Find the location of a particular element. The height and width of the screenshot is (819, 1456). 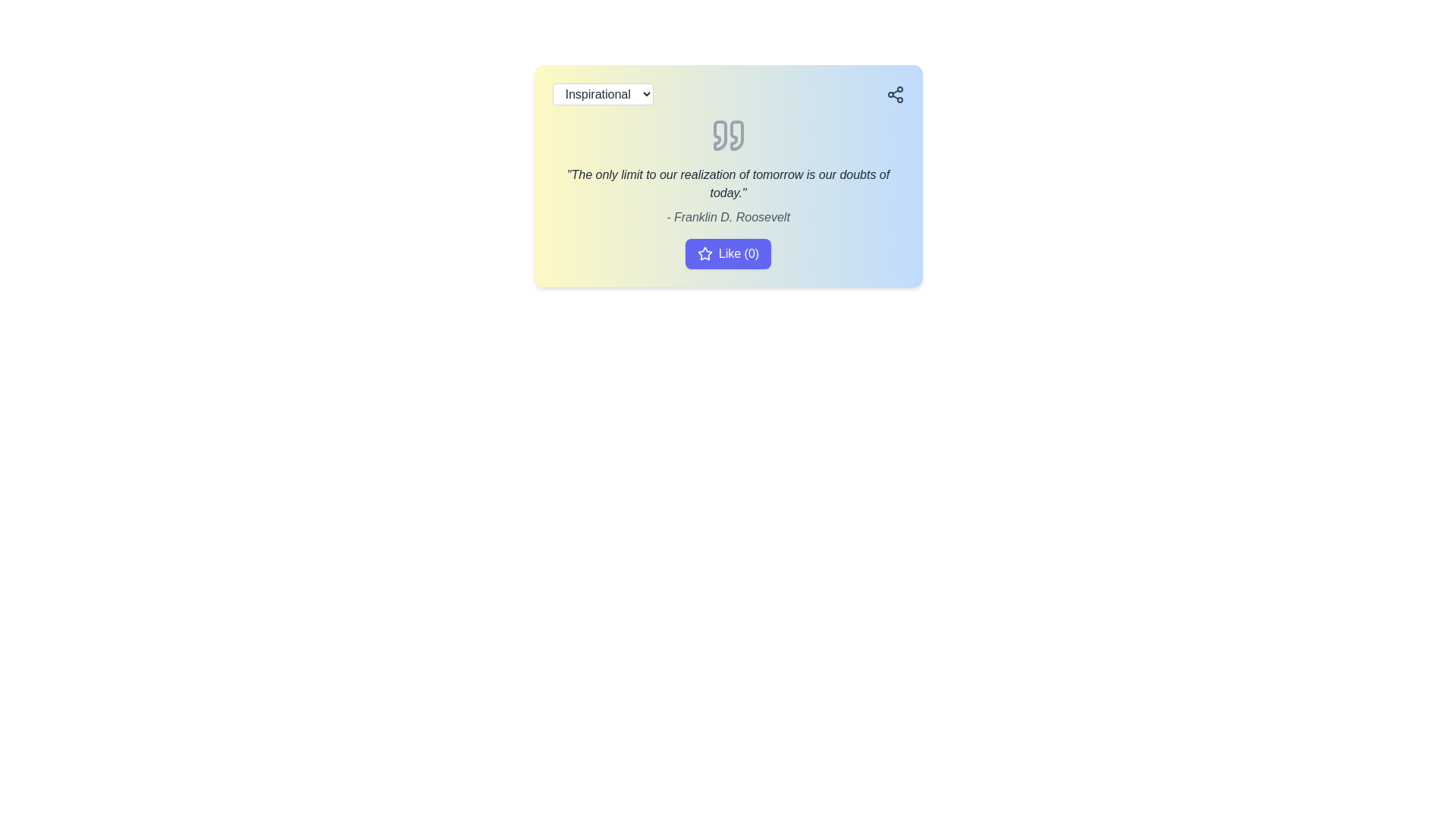

the button with a blue background, rounded corners, labeled 'Like (0)' with a star icon, located at the bottom center of the card layout is located at coordinates (728, 253).